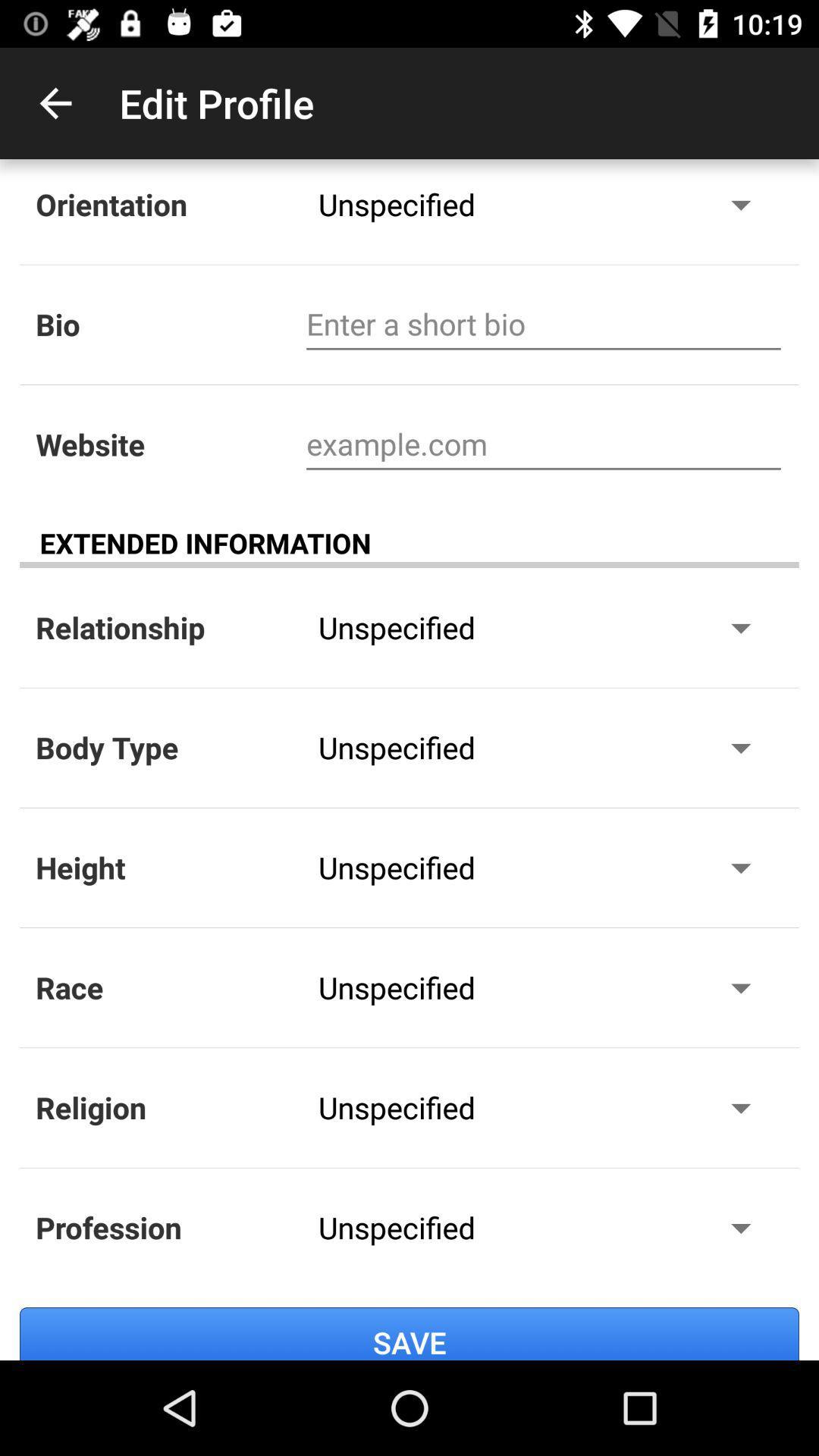 The height and width of the screenshot is (1456, 819). Describe the element at coordinates (543, 324) in the screenshot. I see `type a bio` at that location.